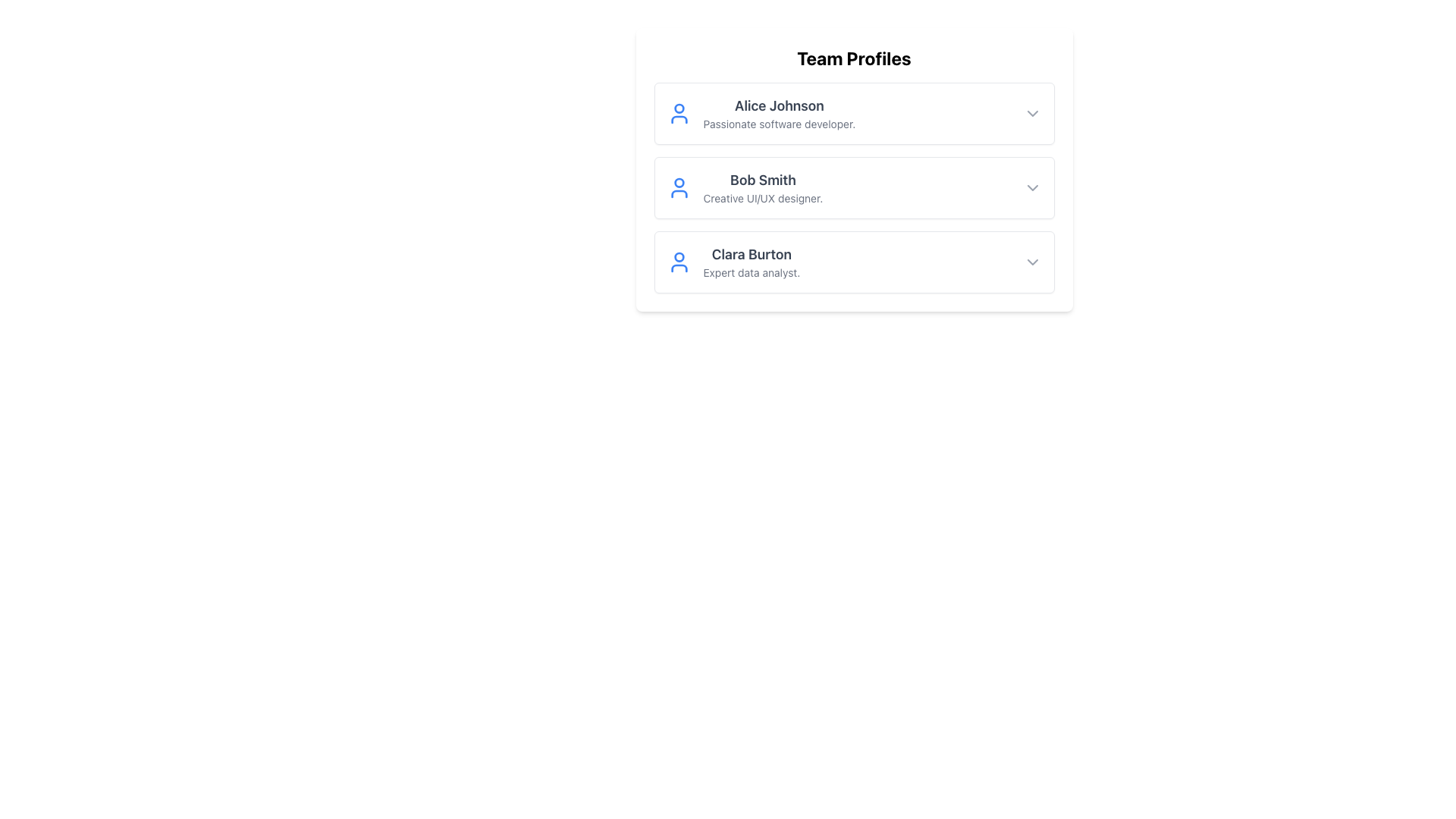 The image size is (1456, 819). Describe the element at coordinates (763, 198) in the screenshot. I see `static text label located directly below the name 'Bob Smith' in the second profile card, which indicates their professional role` at that location.